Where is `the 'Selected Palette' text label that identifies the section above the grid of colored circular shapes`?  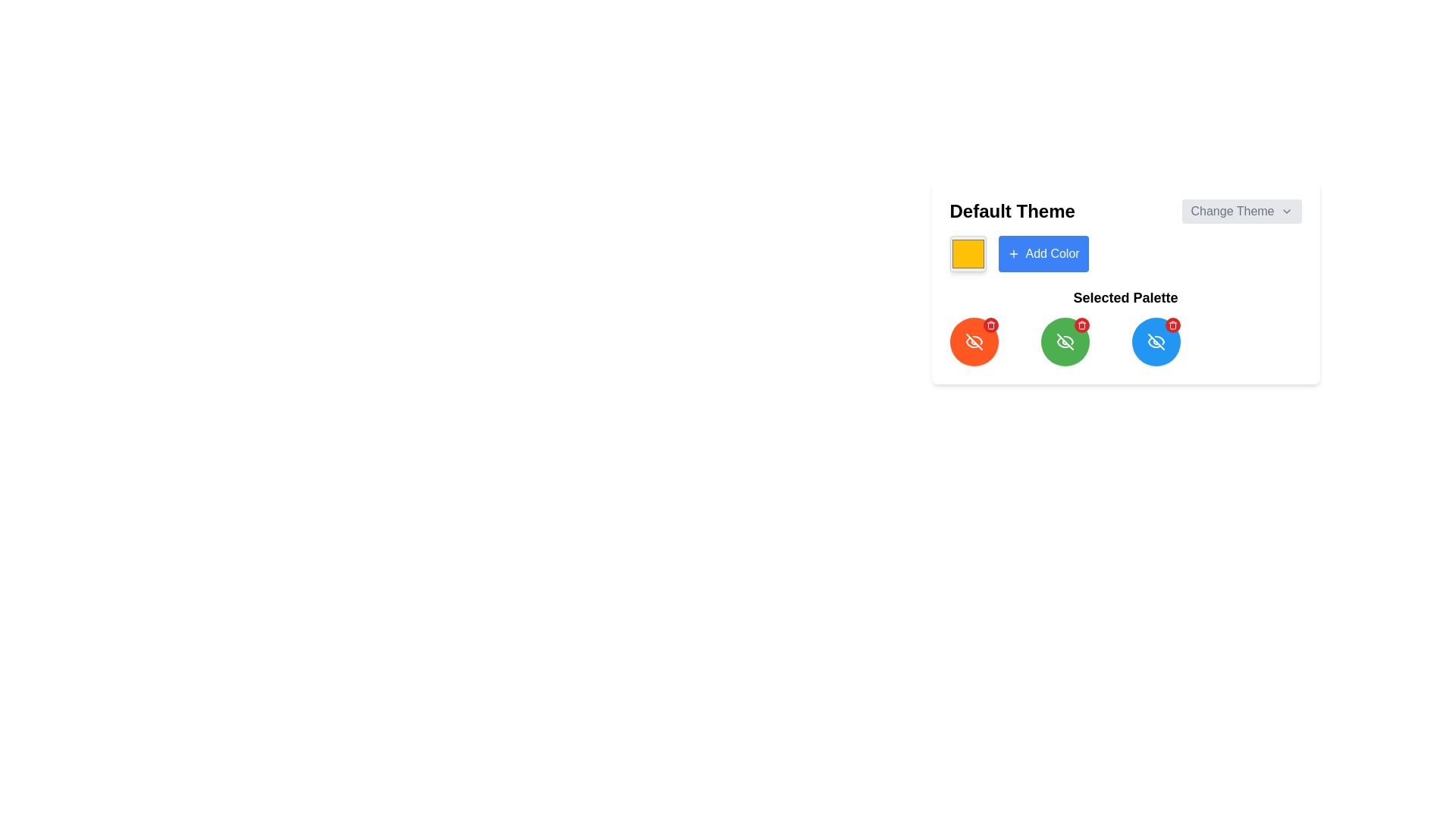 the 'Selected Palette' text label that identifies the section above the grid of colored circular shapes is located at coordinates (1125, 298).